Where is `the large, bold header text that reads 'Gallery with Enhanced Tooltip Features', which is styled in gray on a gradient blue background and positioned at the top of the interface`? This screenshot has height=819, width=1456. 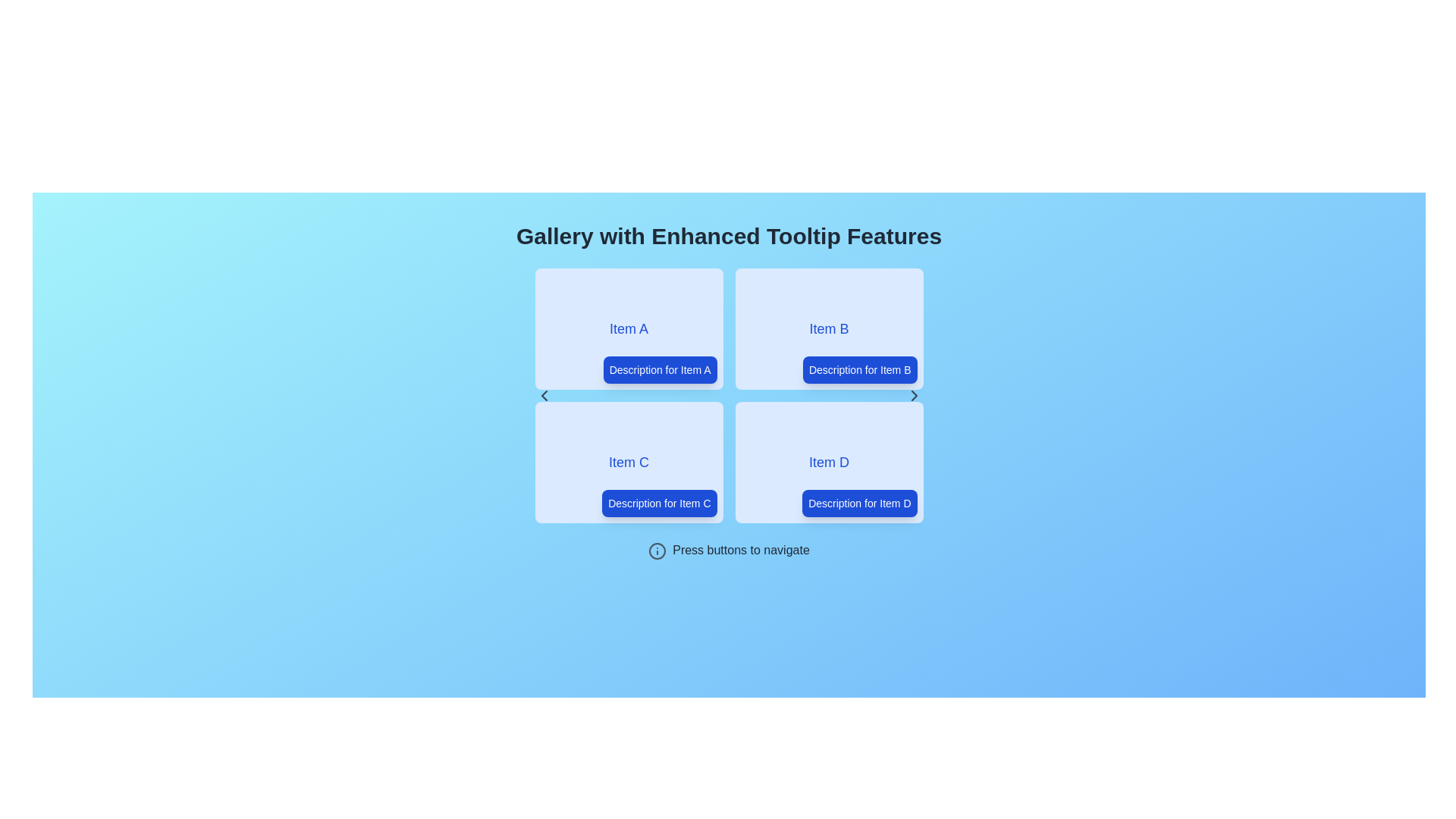
the large, bold header text that reads 'Gallery with Enhanced Tooltip Features', which is styled in gray on a gradient blue background and positioned at the top of the interface is located at coordinates (729, 237).